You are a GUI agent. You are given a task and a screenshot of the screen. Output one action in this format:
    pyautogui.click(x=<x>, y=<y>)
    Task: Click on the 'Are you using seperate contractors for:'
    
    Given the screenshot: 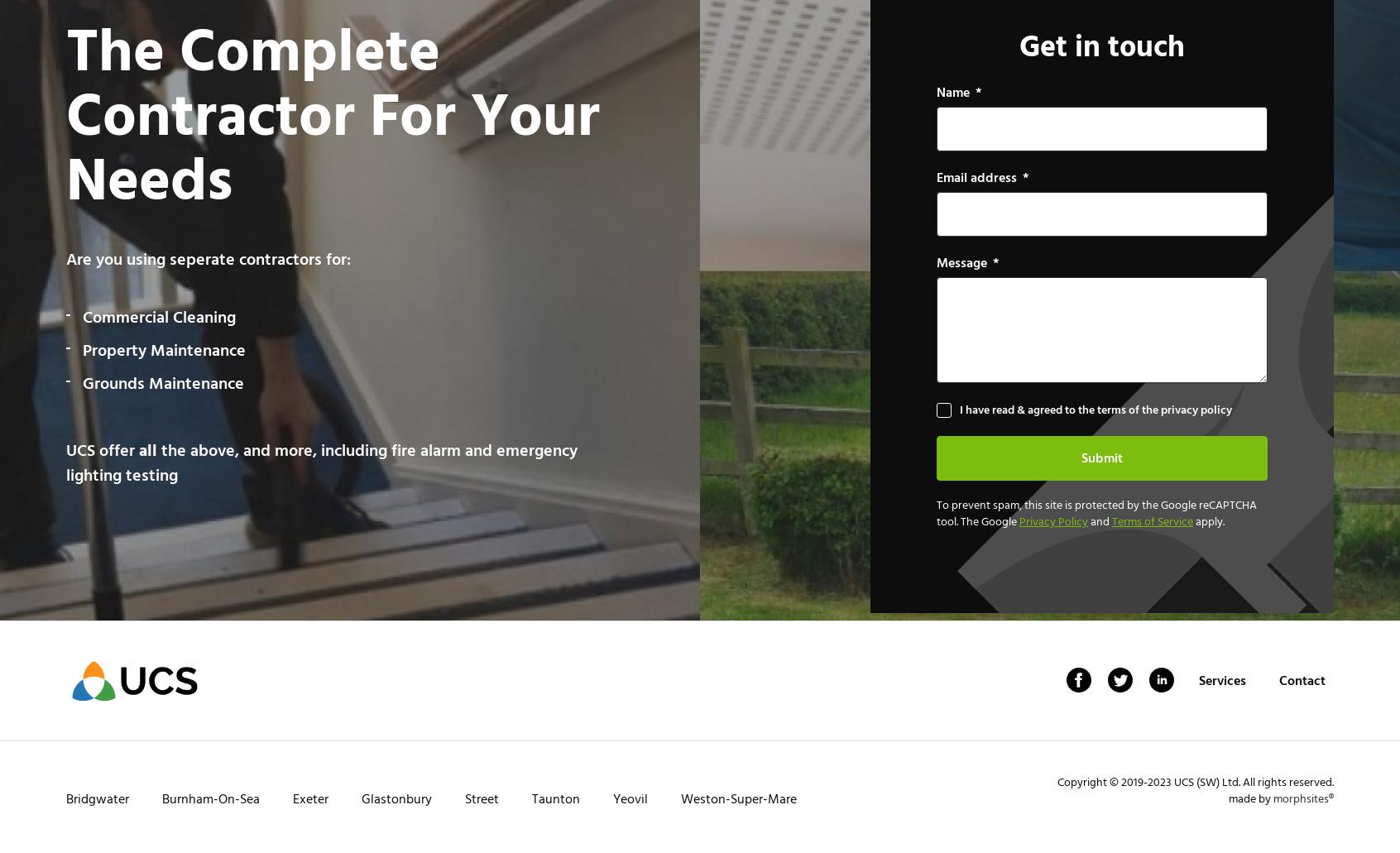 What is the action you would take?
    pyautogui.click(x=208, y=258)
    